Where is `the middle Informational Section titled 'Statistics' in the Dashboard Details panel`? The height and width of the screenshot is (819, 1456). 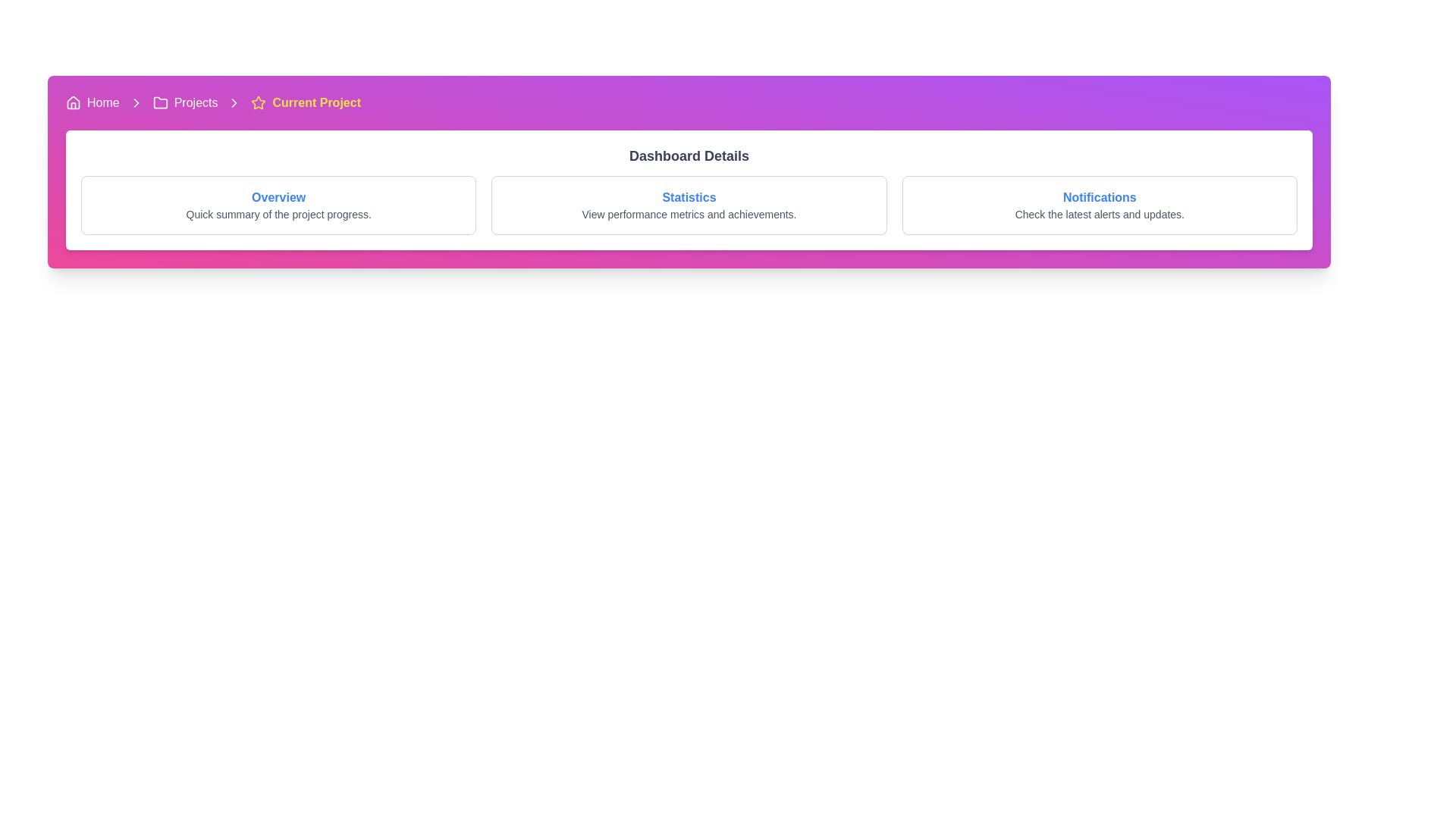 the middle Informational Section titled 'Statistics' in the Dashboard Details panel is located at coordinates (688, 205).